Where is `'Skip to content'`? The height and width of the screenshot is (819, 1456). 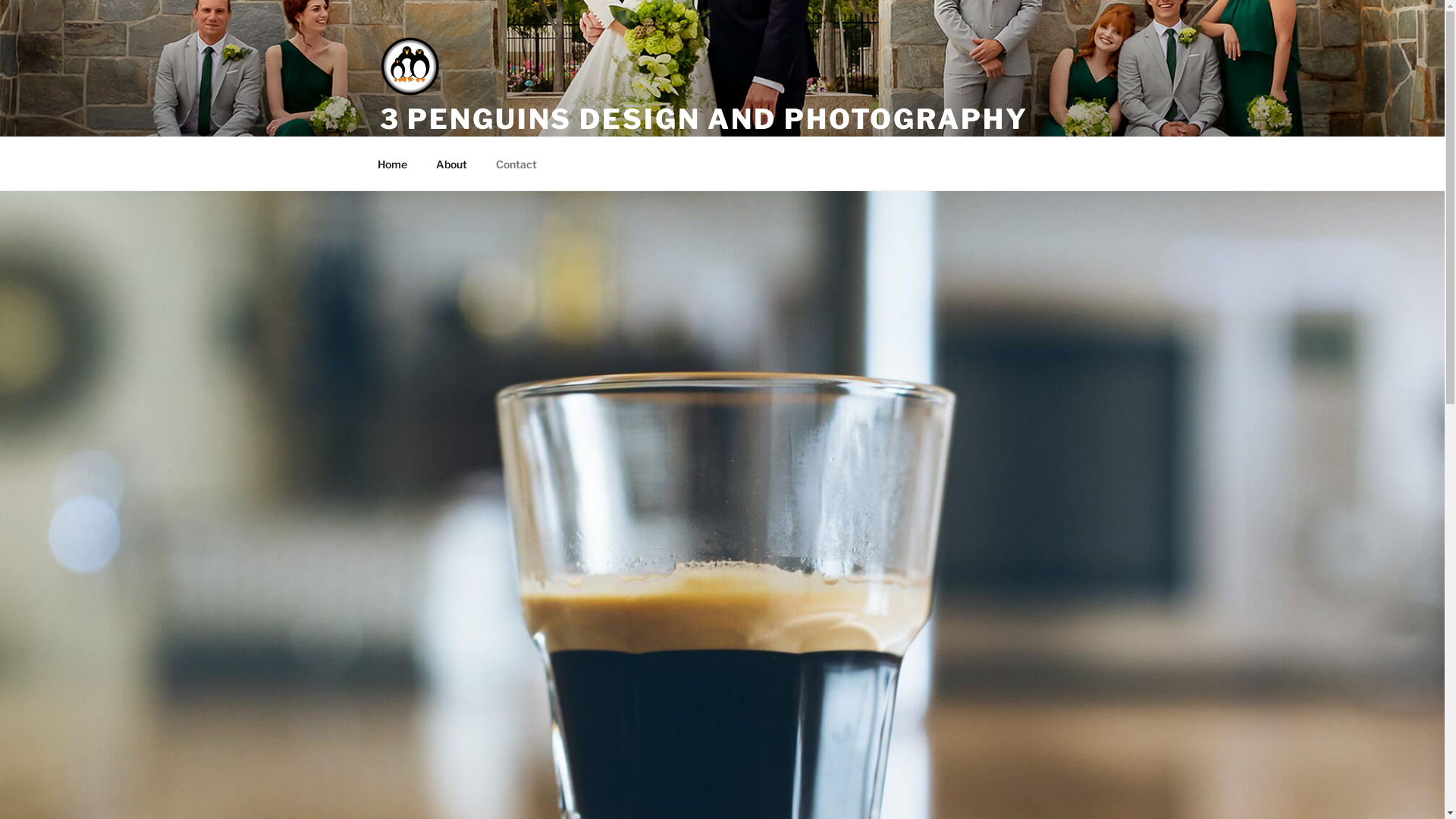 'Skip to content' is located at coordinates (0, 0).